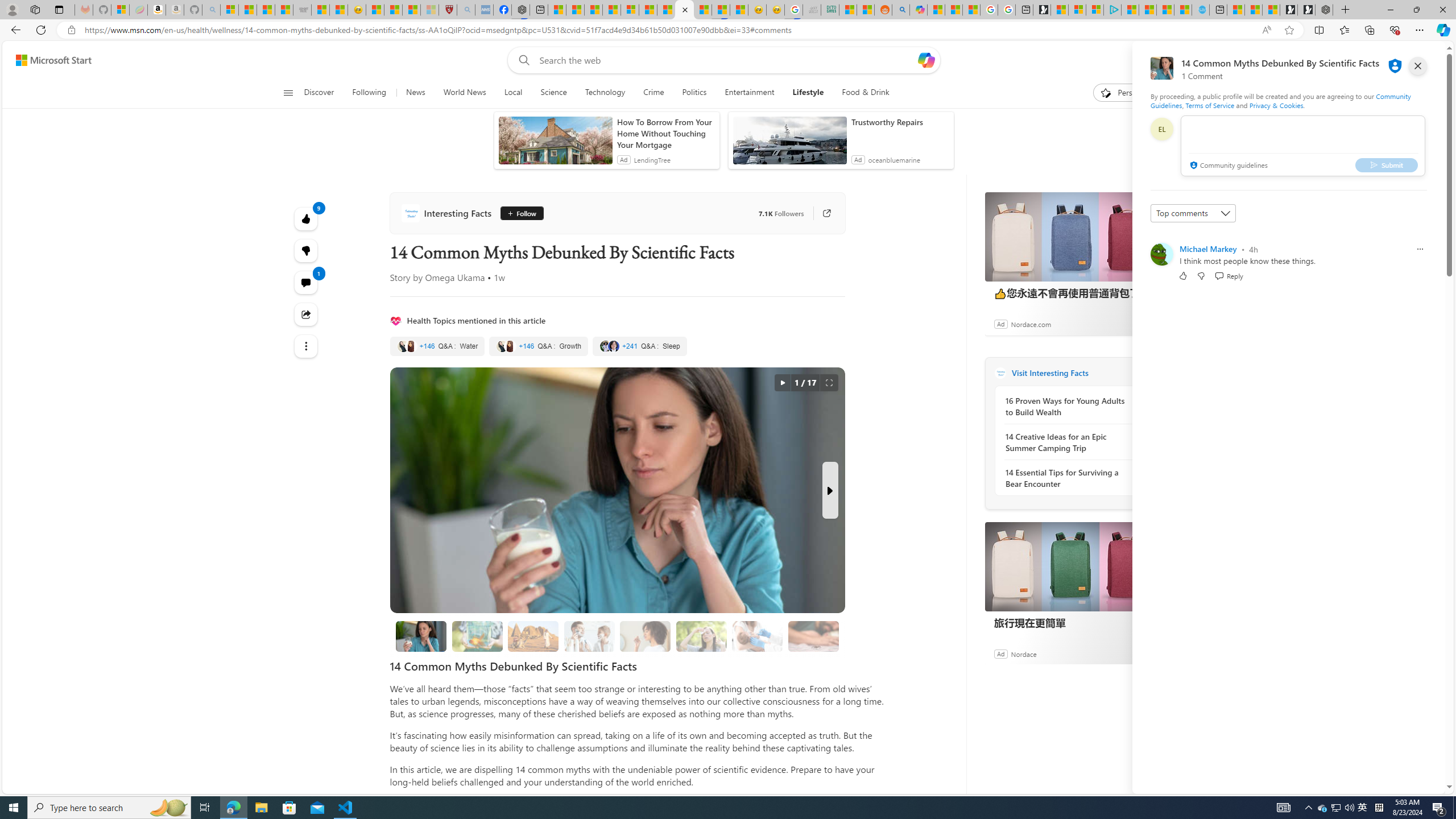  I want to click on 'Food & Drink', so click(864, 92).